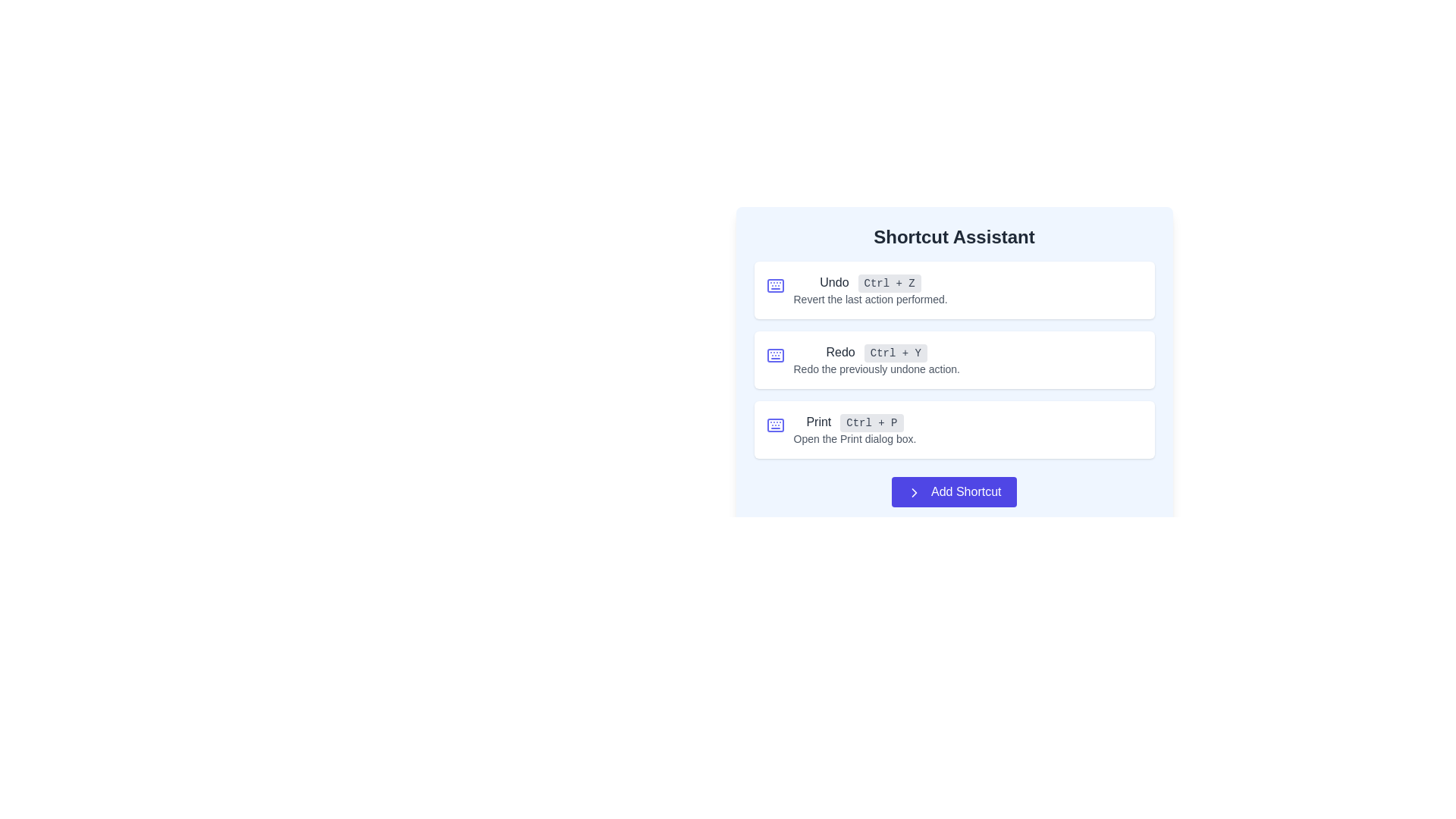 Image resolution: width=1456 pixels, height=819 pixels. What do you see at coordinates (870, 290) in the screenshot?
I see `description of the 'Undo' functionality displayed in the Text Display with Interactive Prompt, which shows the shortcut key combination 'Ctrl + Z' and its purpose 'Revert the last action performed'` at bounding box center [870, 290].